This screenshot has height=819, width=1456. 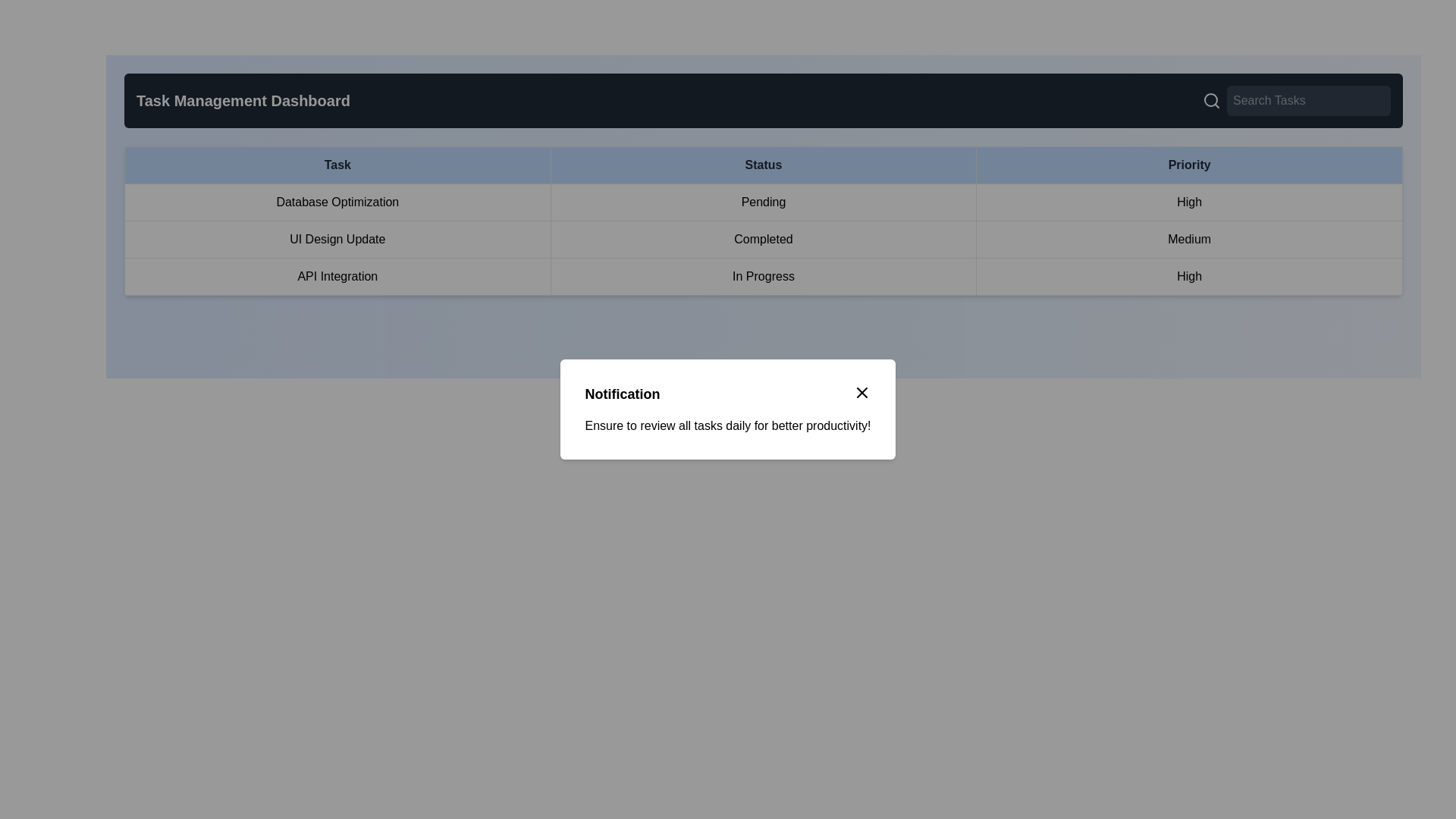 What do you see at coordinates (337, 277) in the screenshot?
I see `the static text label 'API Integration' in the first column of the third row of the 'Task Management Dashboard' table` at bounding box center [337, 277].